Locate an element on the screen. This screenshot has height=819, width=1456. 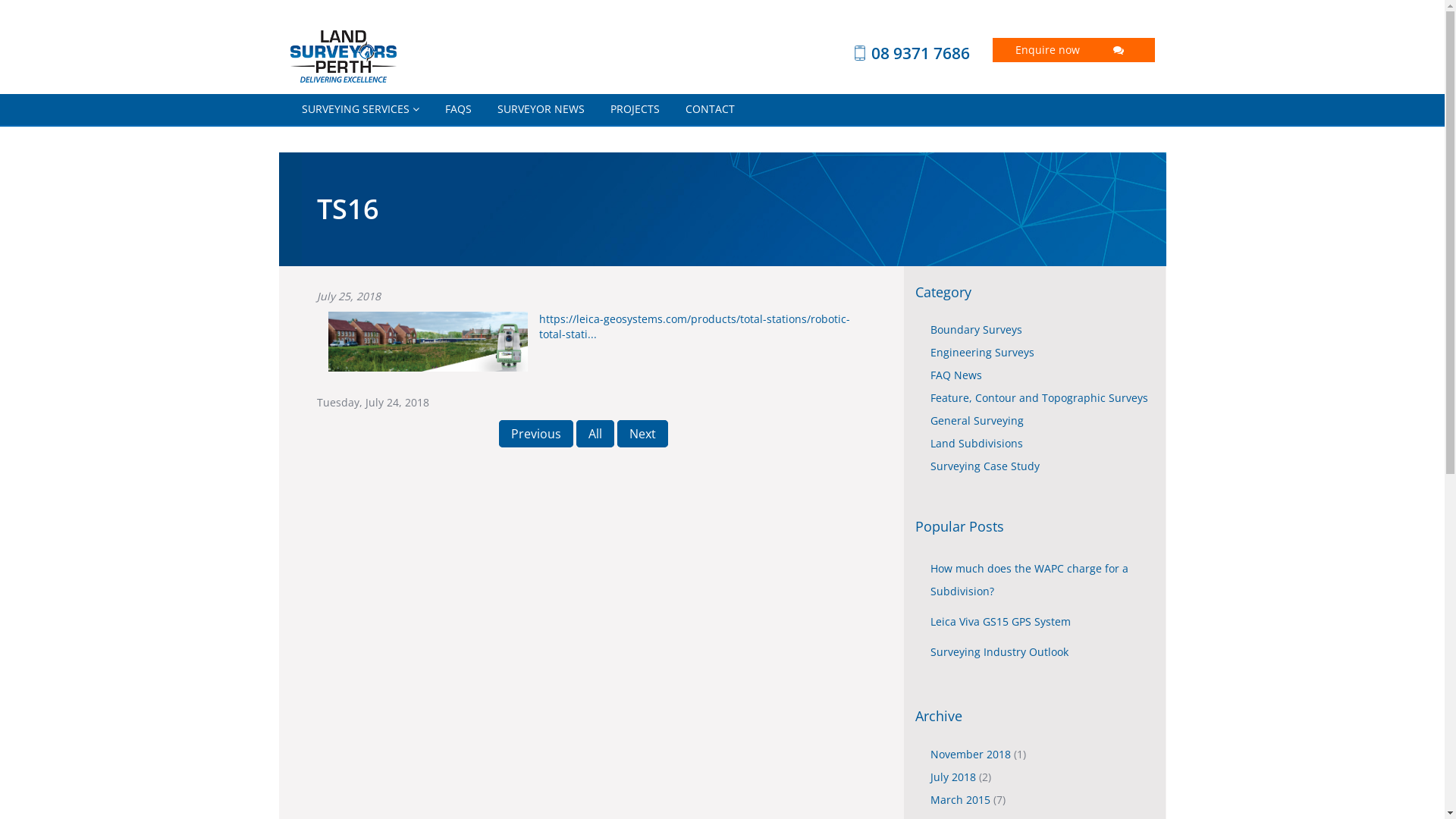
'08 9371 7686' is located at coordinates (888, 52).